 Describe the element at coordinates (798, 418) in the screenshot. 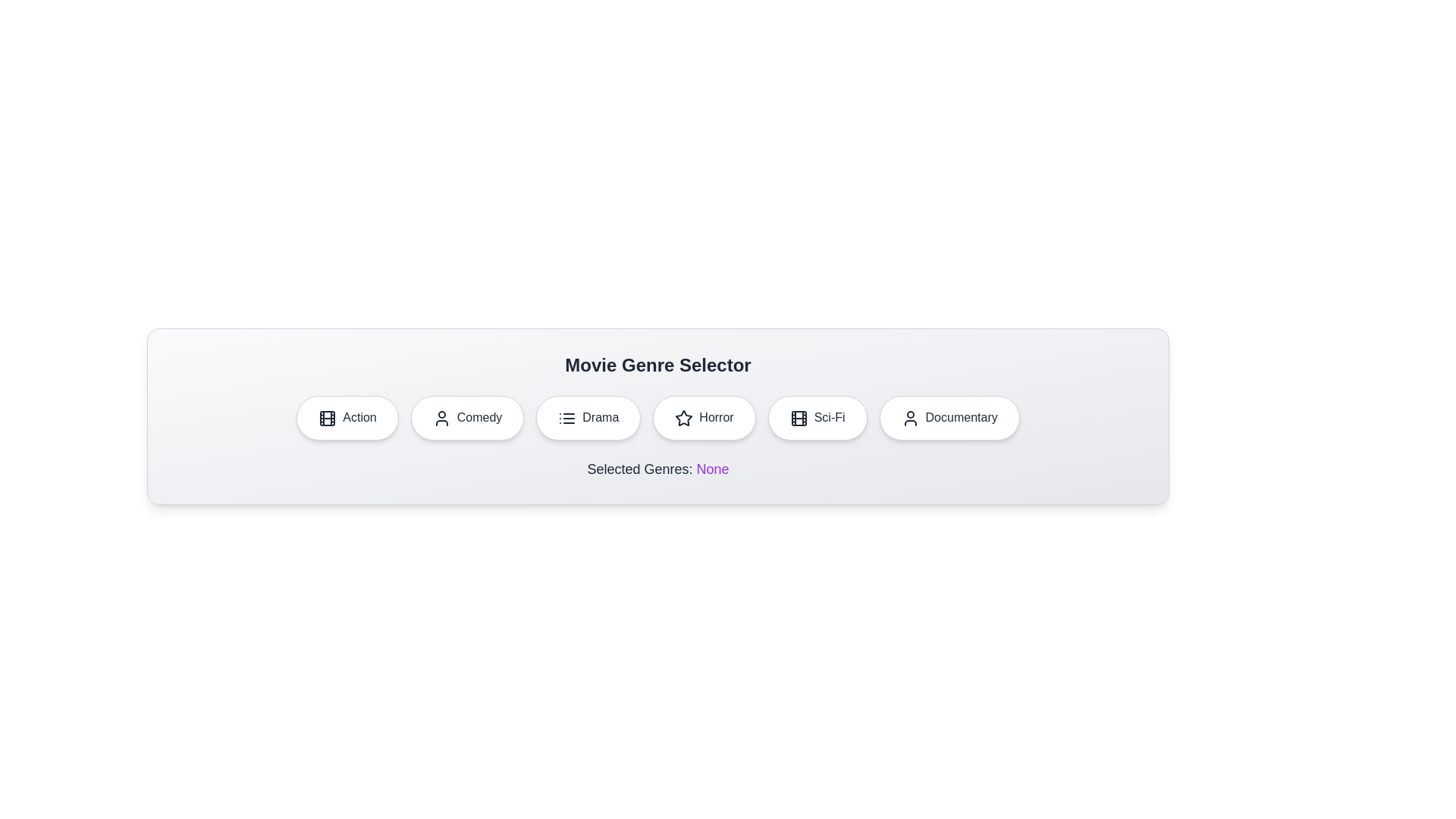

I see `the rounded rectangle icon styled as part of the filmstrip representation, located at the top-left corner of the film genre icon` at that location.